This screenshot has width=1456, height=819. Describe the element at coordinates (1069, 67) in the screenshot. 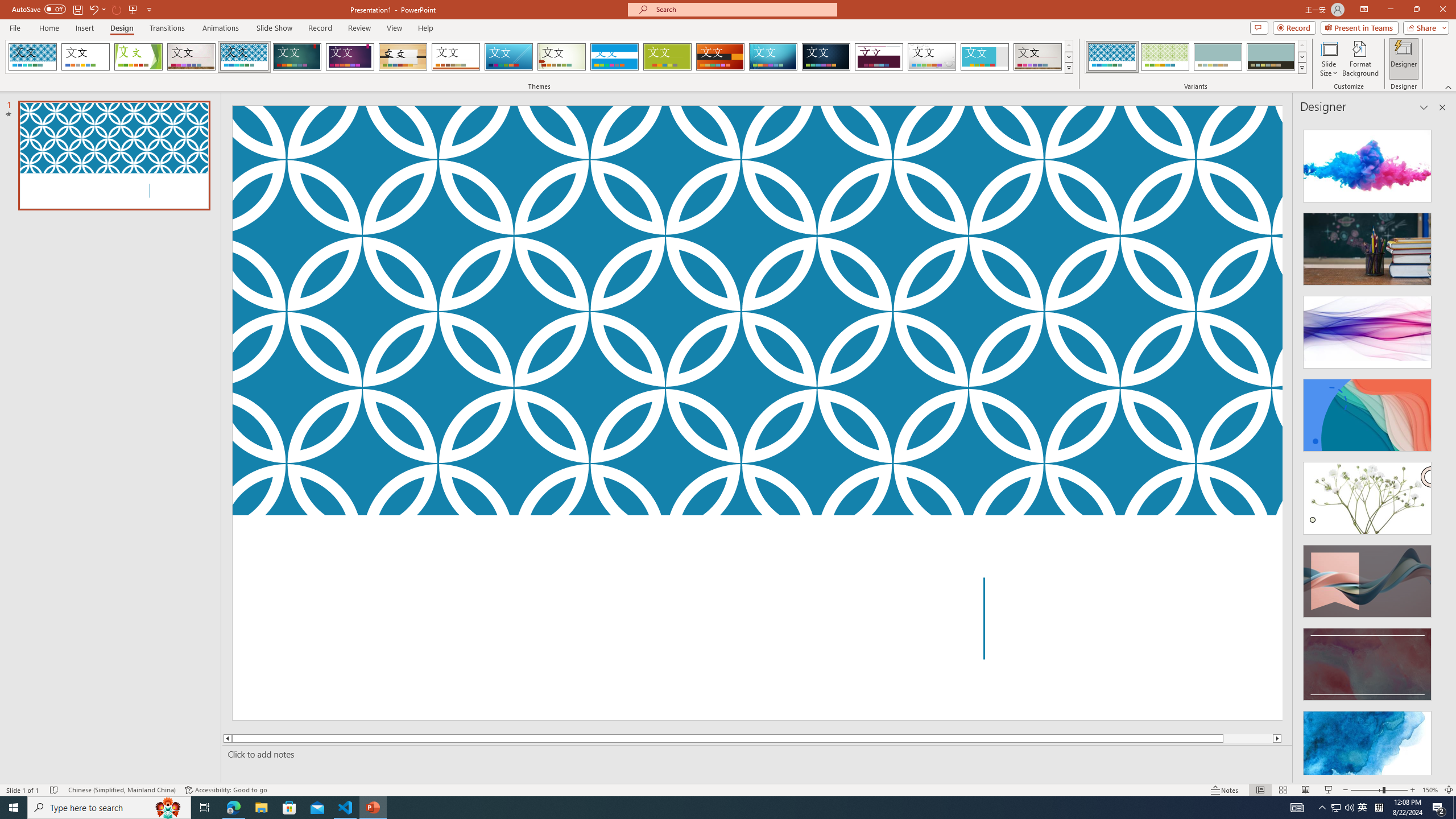

I see `'Themes'` at that location.